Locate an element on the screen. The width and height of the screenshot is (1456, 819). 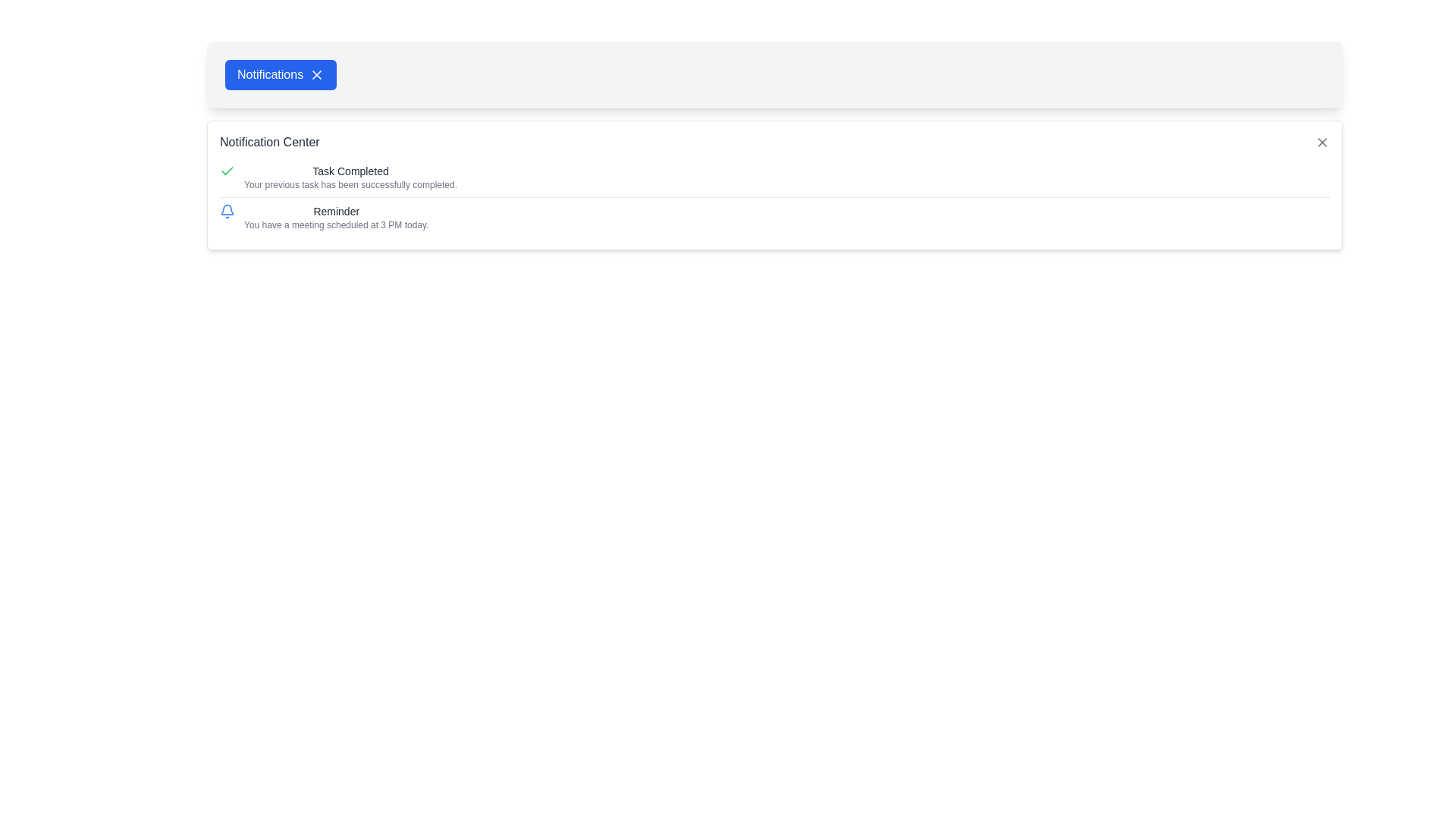
the text block that serves as a reminder for an upcoming meeting scheduled at 3 PM today, located under the 'Notification Center' header is located at coordinates (335, 217).